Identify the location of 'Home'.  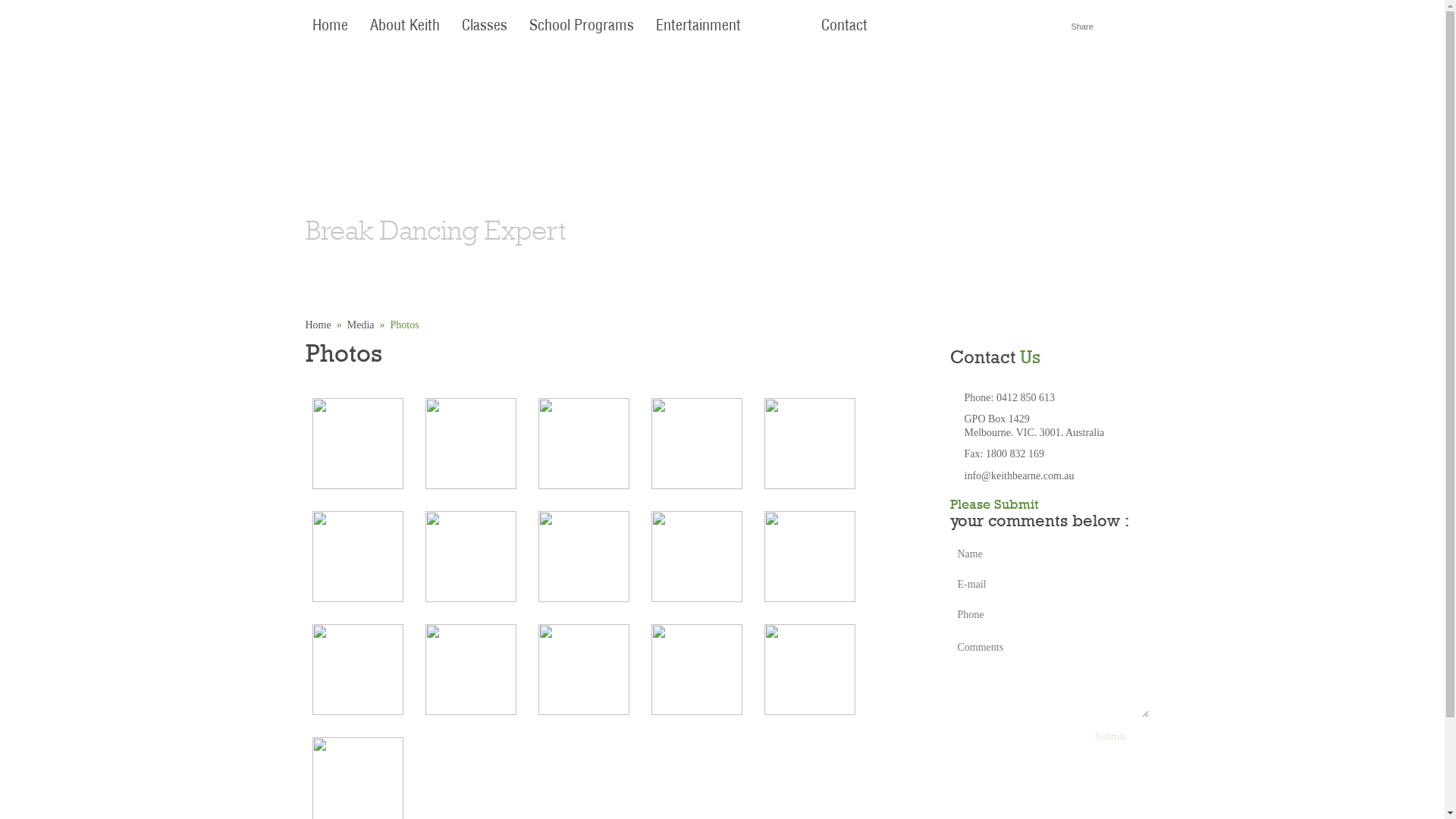
(304, 324).